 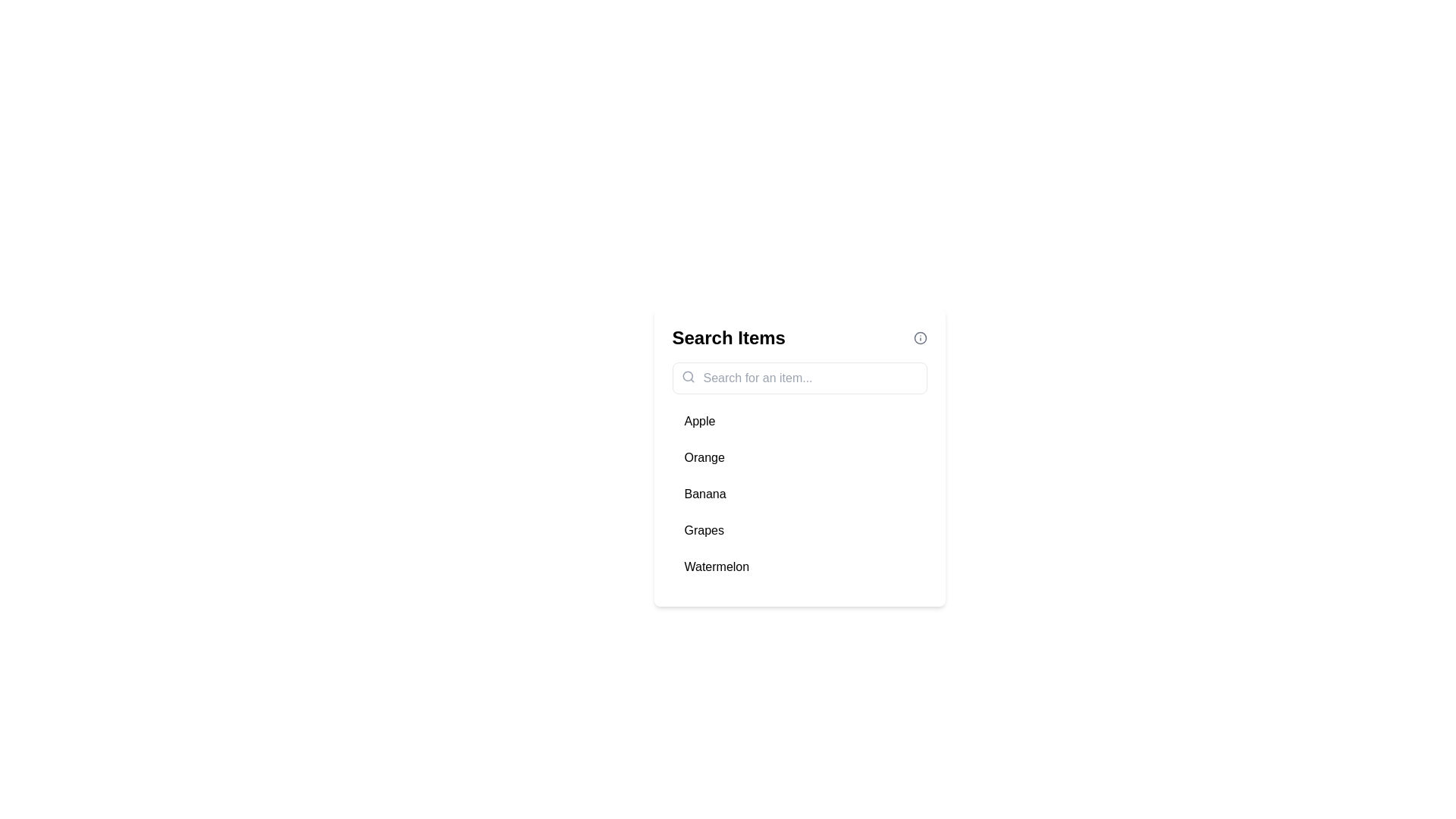 I want to click on the item Apple from the list, so click(x=799, y=421).